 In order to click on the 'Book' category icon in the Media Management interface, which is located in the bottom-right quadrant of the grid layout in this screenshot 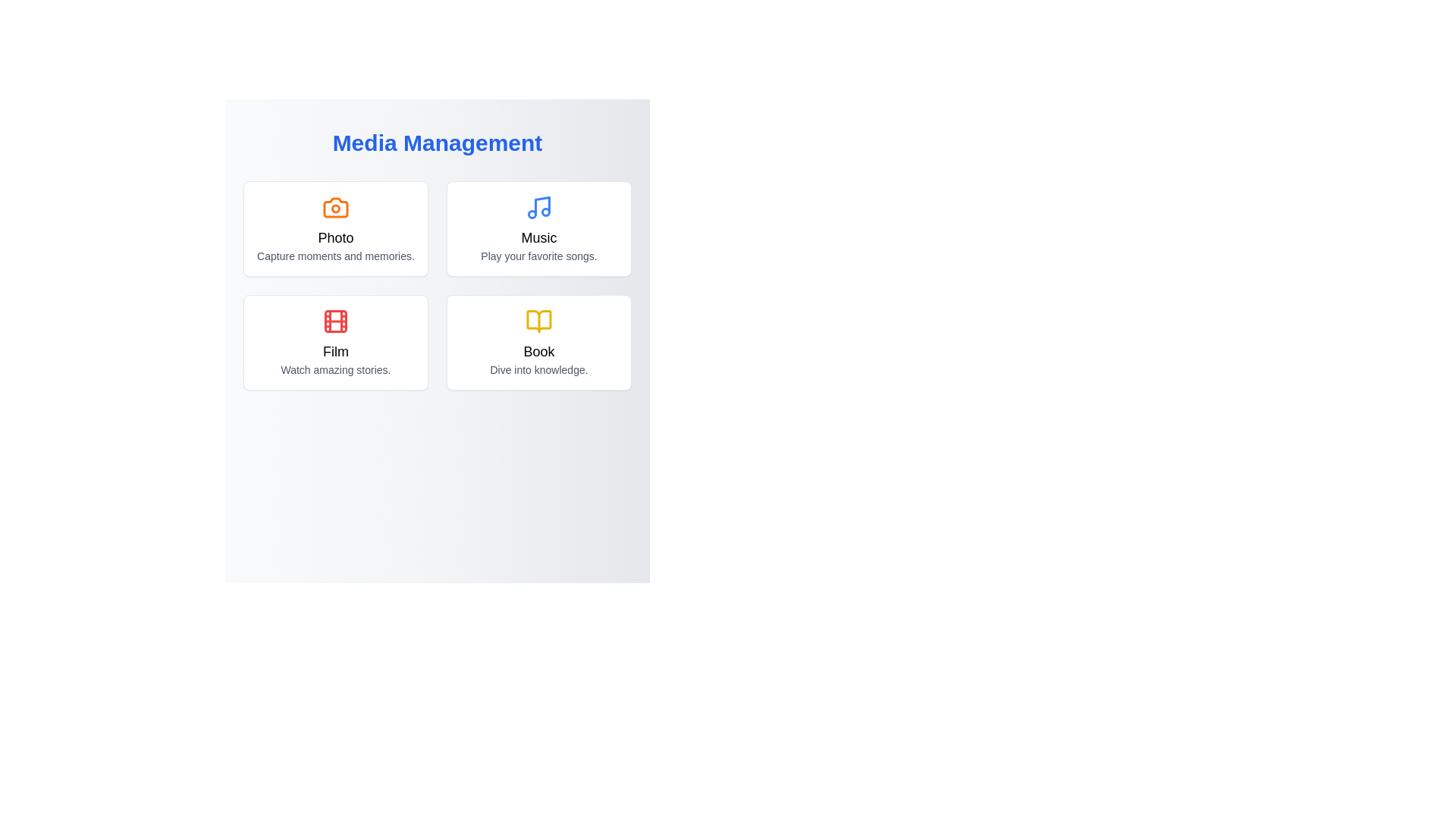, I will do `click(538, 321)`.